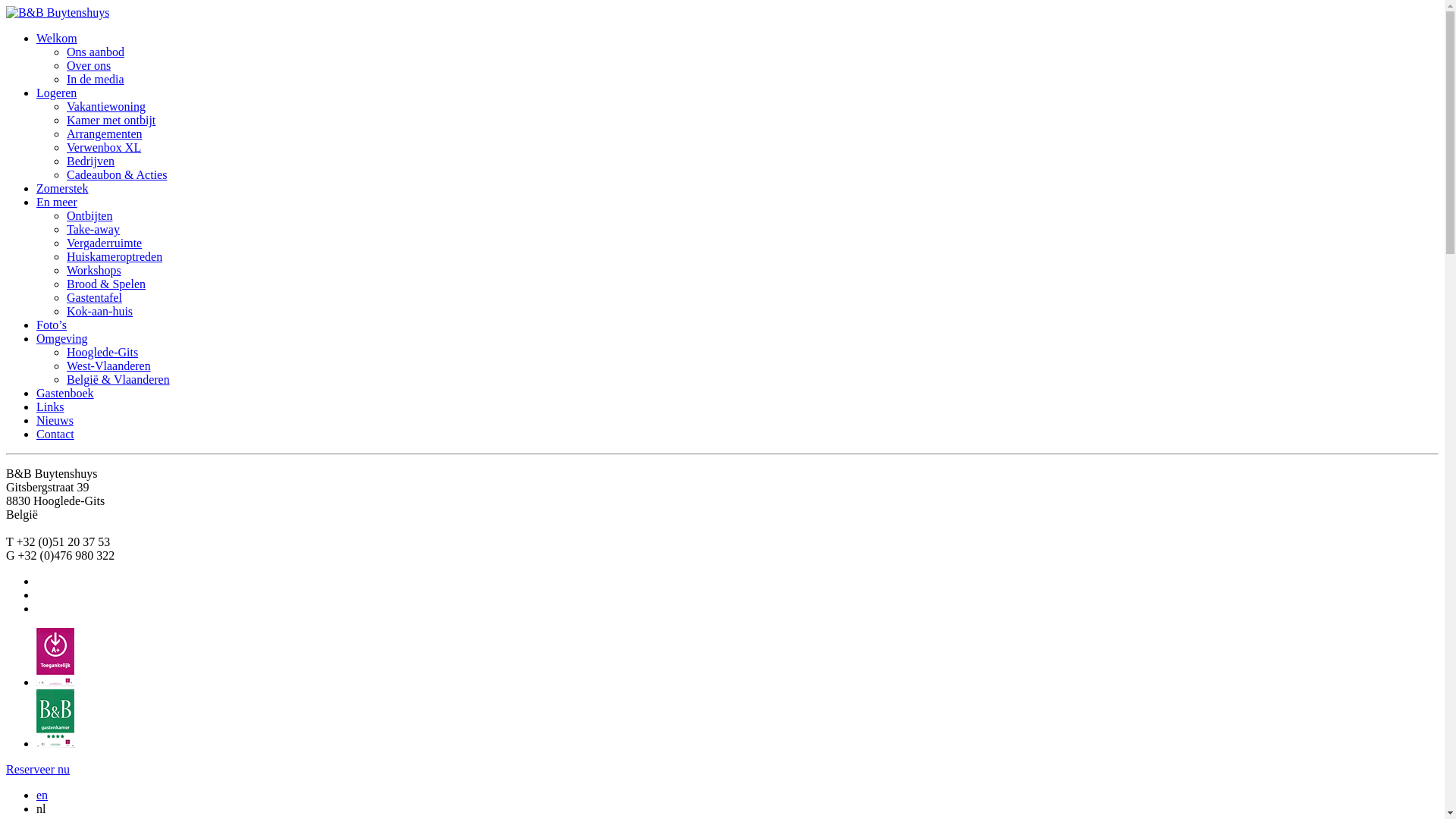  Describe the element at coordinates (61, 337) in the screenshot. I see `'Omgeving'` at that location.